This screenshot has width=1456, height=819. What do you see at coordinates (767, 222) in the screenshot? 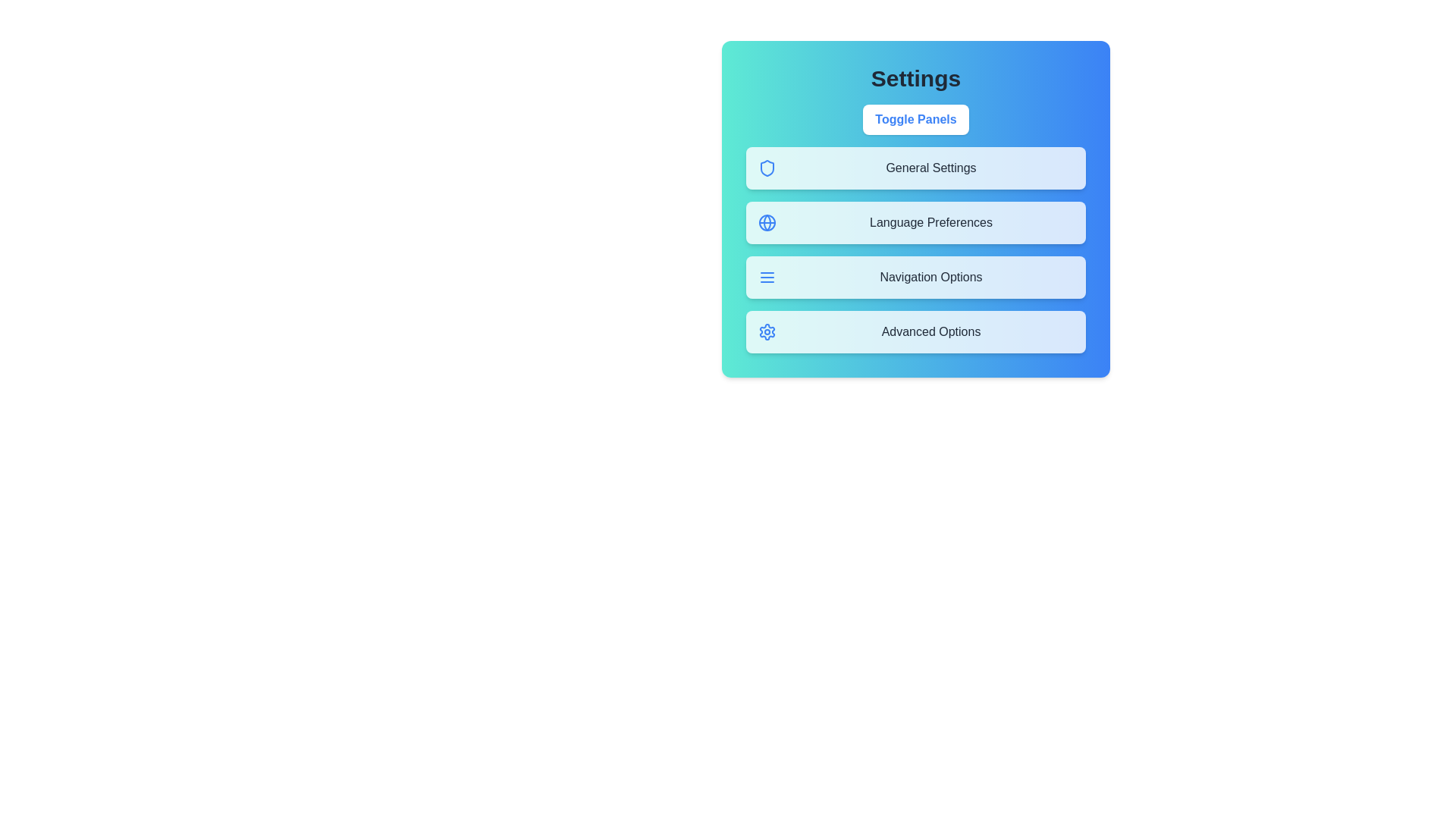
I see `the icon representing Language Preferences to inspect it` at bounding box center [767, 222].